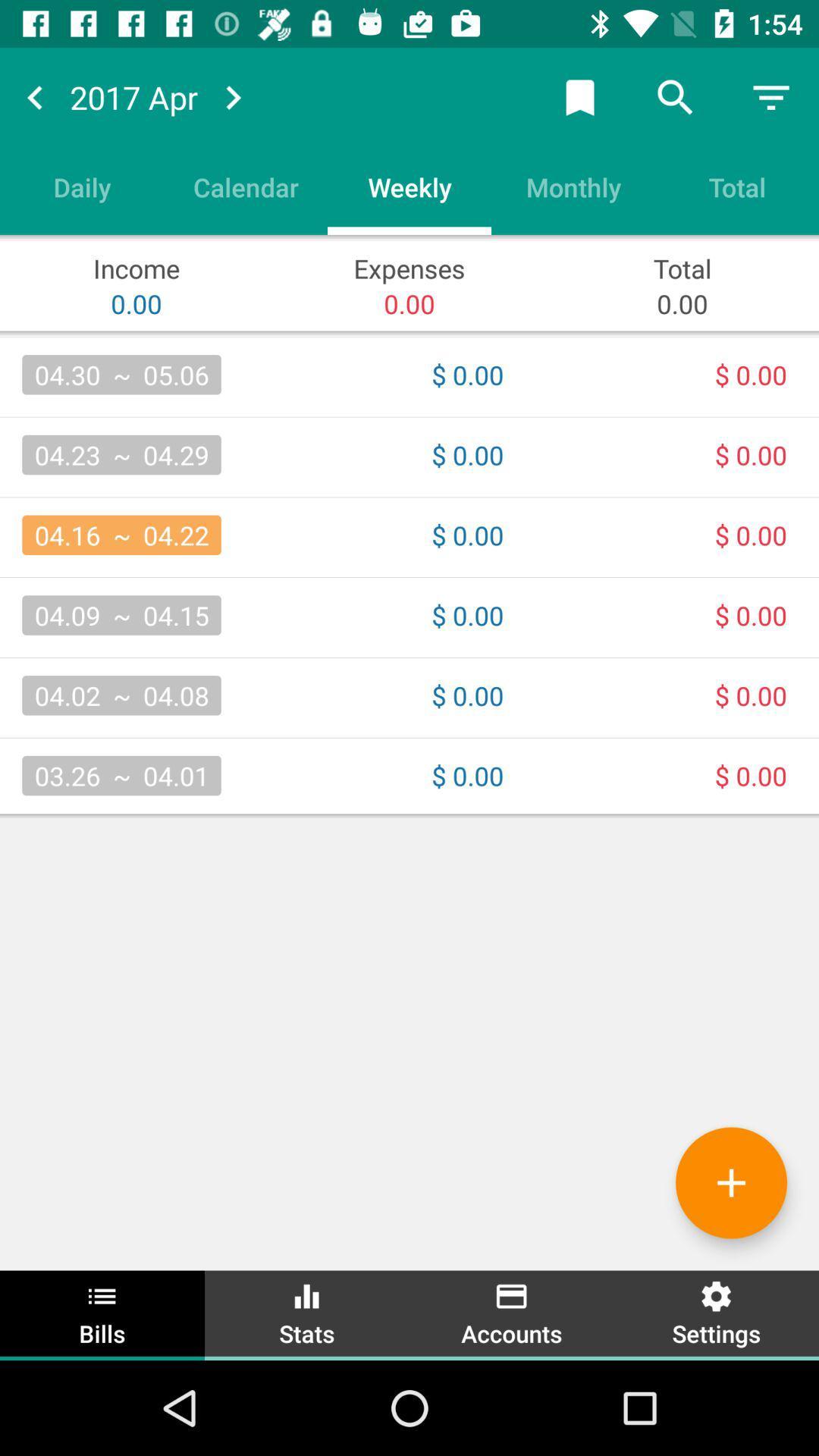 Image resolution: width=819 pixels, height=1456 pixels. Describe the element at coordinates (771, 96) in the screenshot. I see `open menu` at that location.